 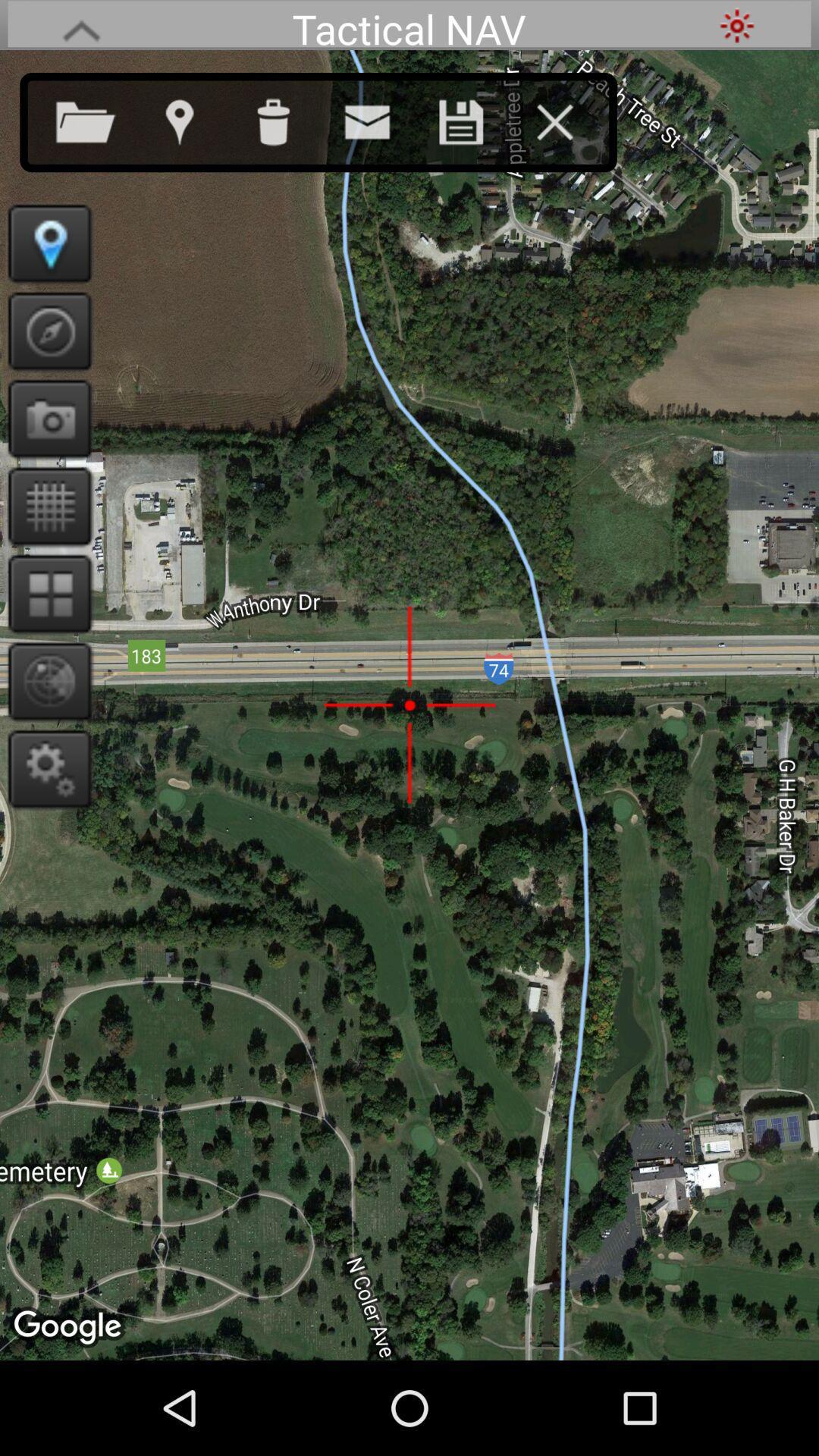 What do you see at coordinates (44, 330) in the screenshot?
I see `open compass` at bounding box center [44, 330].